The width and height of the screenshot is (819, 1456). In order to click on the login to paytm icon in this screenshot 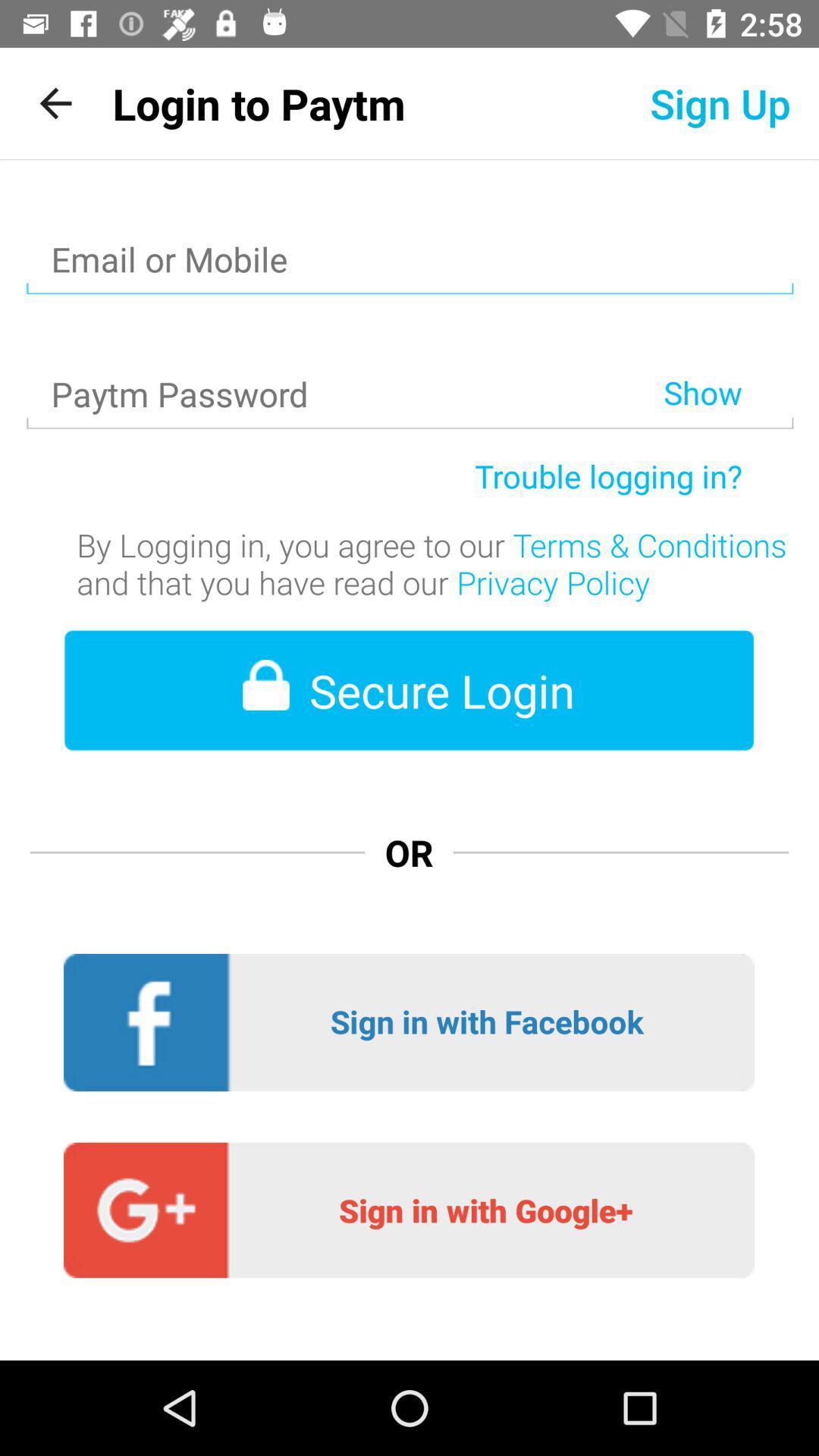, I will do `click(258, 102)`.